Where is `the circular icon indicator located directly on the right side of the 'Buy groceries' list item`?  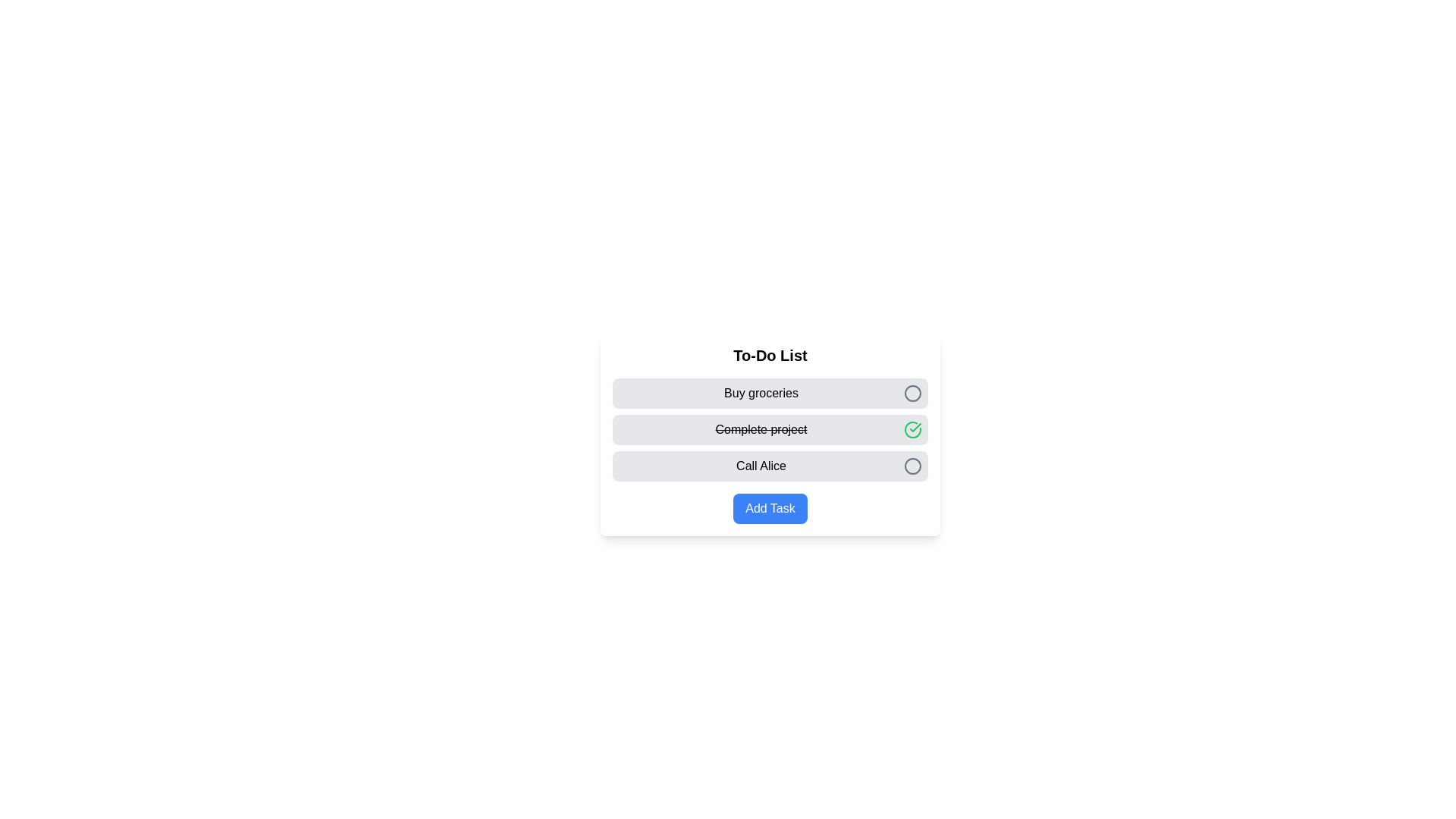 the circular icon indicator located directly on the right side of the 'Buy groceries' list item is located at coordinates (912, 393).